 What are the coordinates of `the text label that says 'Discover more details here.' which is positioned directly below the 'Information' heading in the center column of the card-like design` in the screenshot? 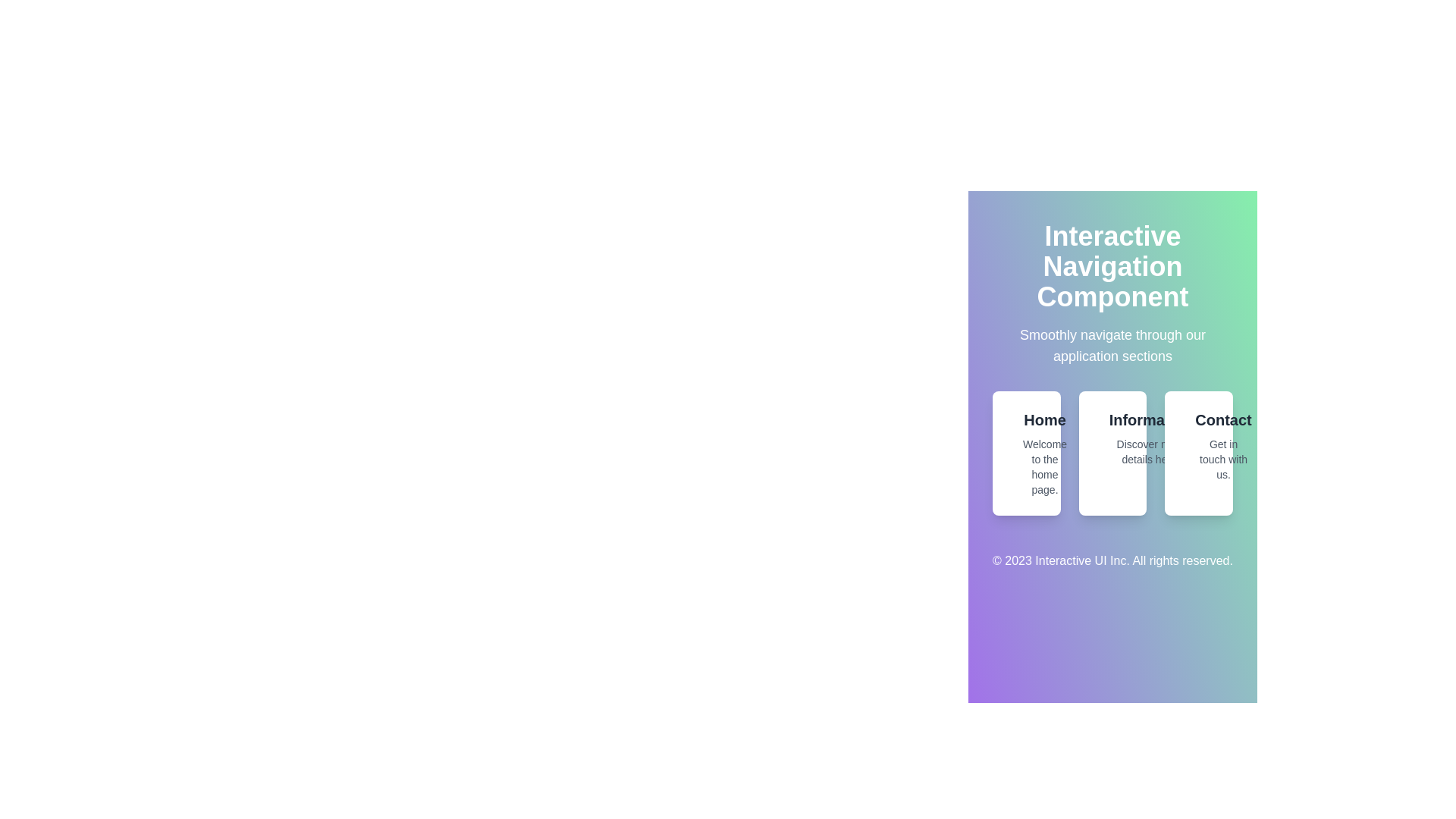 It's located at (1150, 451).